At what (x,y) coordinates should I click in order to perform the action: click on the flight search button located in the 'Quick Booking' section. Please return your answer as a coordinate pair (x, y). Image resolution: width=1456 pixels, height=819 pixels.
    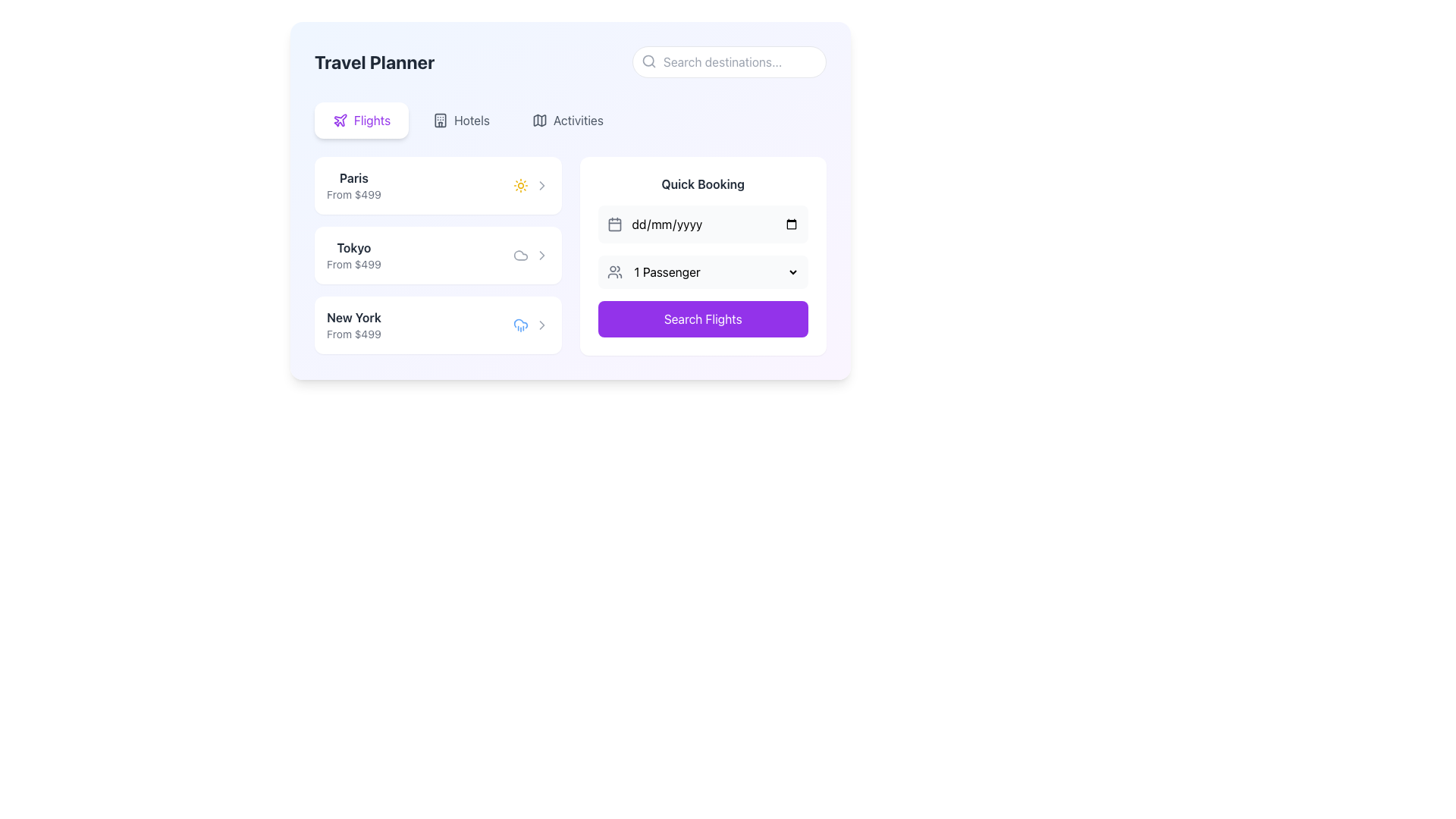
    Looking at the image, I should click on (702, 318).